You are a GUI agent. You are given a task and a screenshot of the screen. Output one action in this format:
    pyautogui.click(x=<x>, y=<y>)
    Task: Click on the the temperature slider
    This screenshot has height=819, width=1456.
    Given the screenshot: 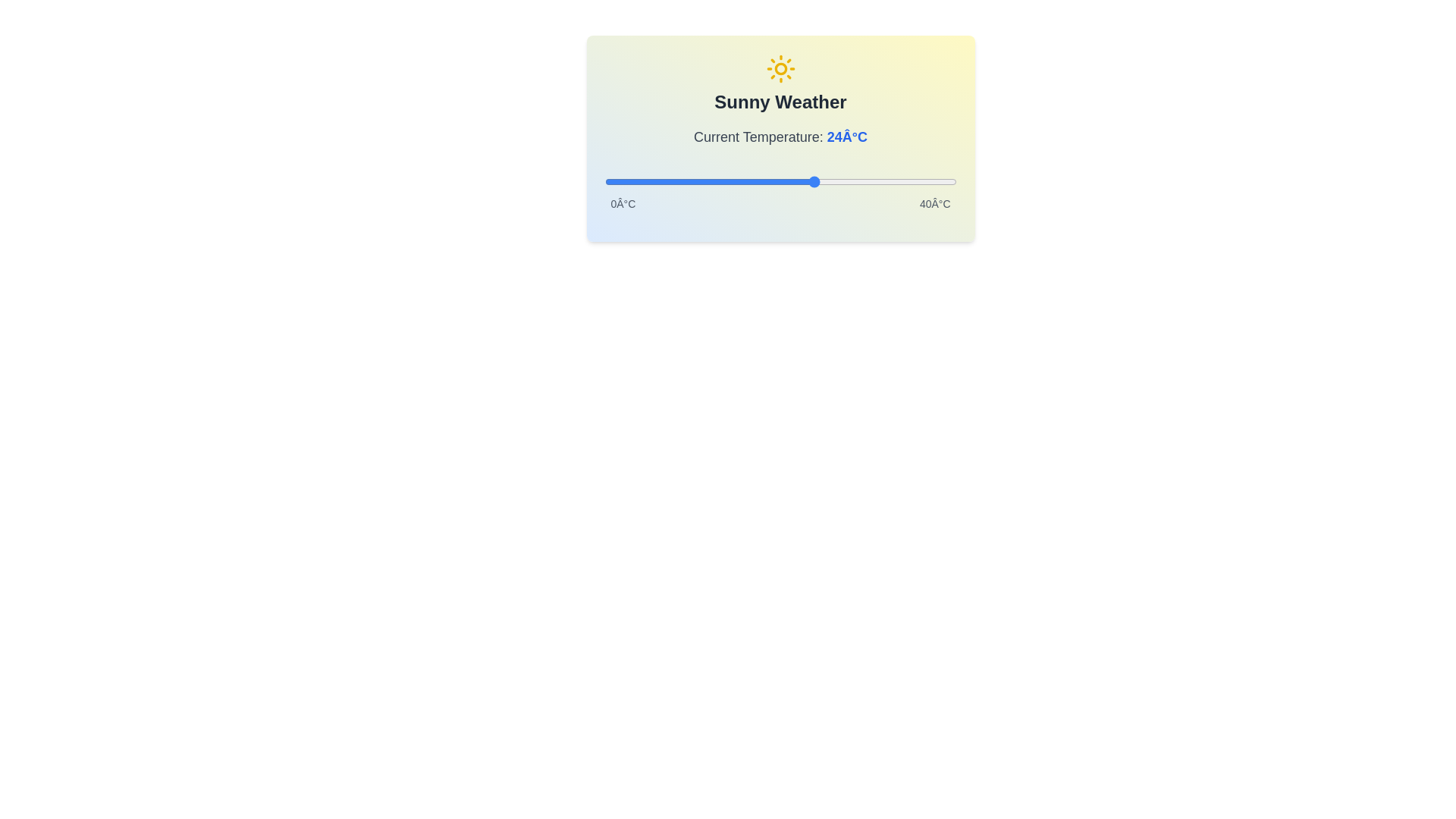 What is the action you would take?
    pyautogui.click(x=709, y=180)
    